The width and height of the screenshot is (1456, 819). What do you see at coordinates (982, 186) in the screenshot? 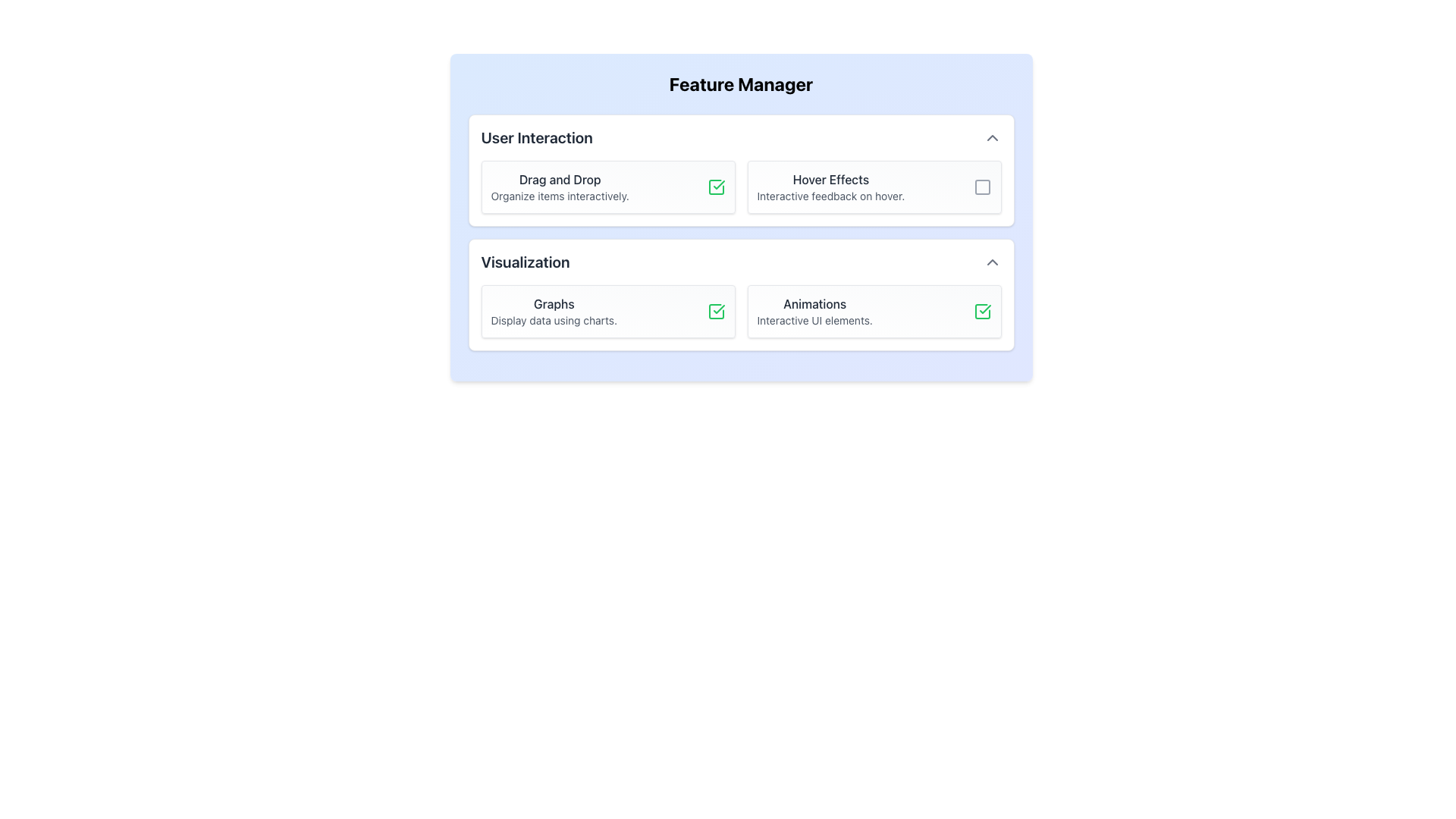
I see `the square-shaped icon with a rounded stroke and muted gray color located to the far-right side of the second item in the 'User Interaction' section, adjacent to the 'Hover Effects' label` at bounding box center [982, 186].